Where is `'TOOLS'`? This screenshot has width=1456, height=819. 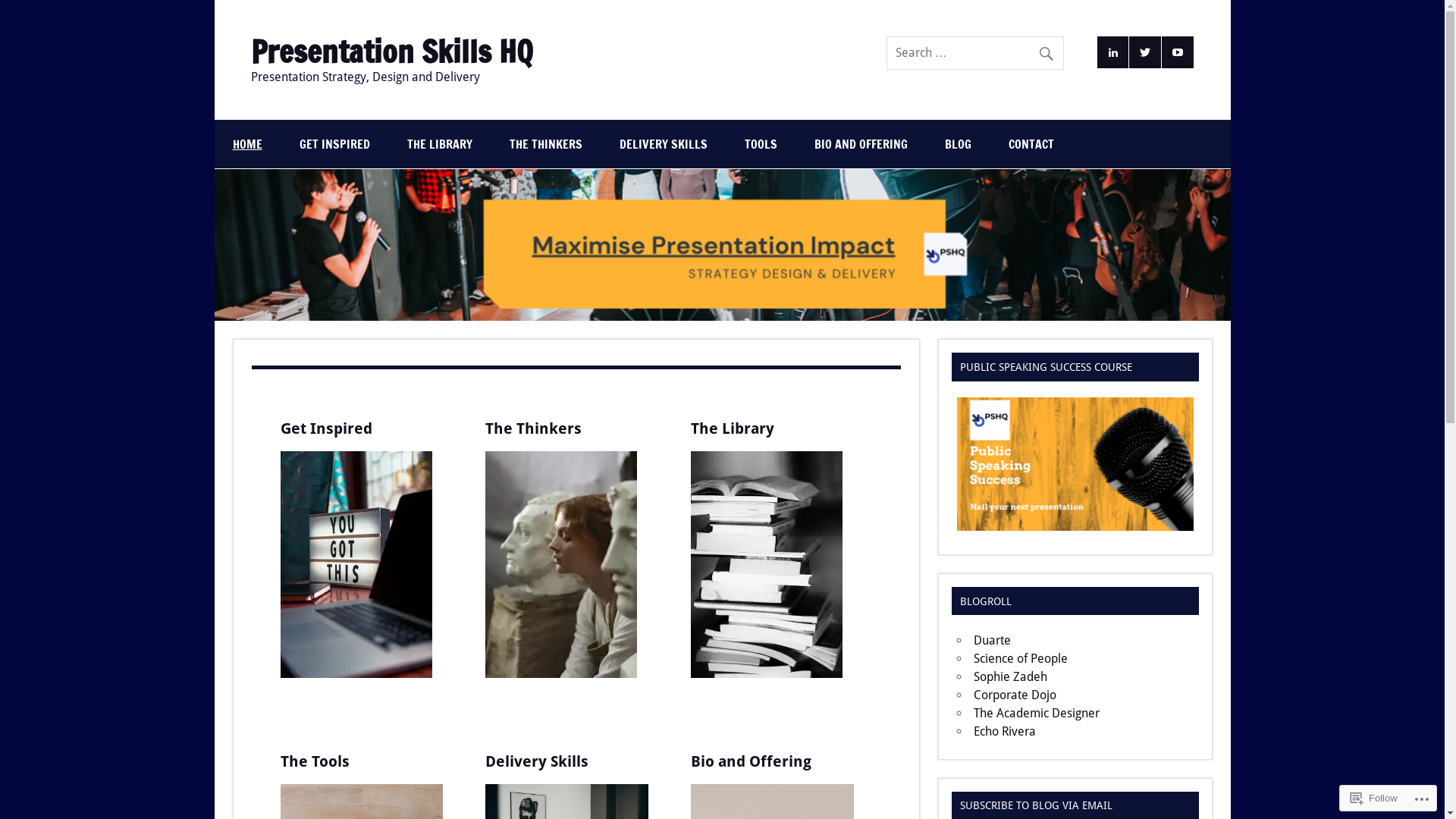
'TOOLS' is located at coordinates (761, 143).